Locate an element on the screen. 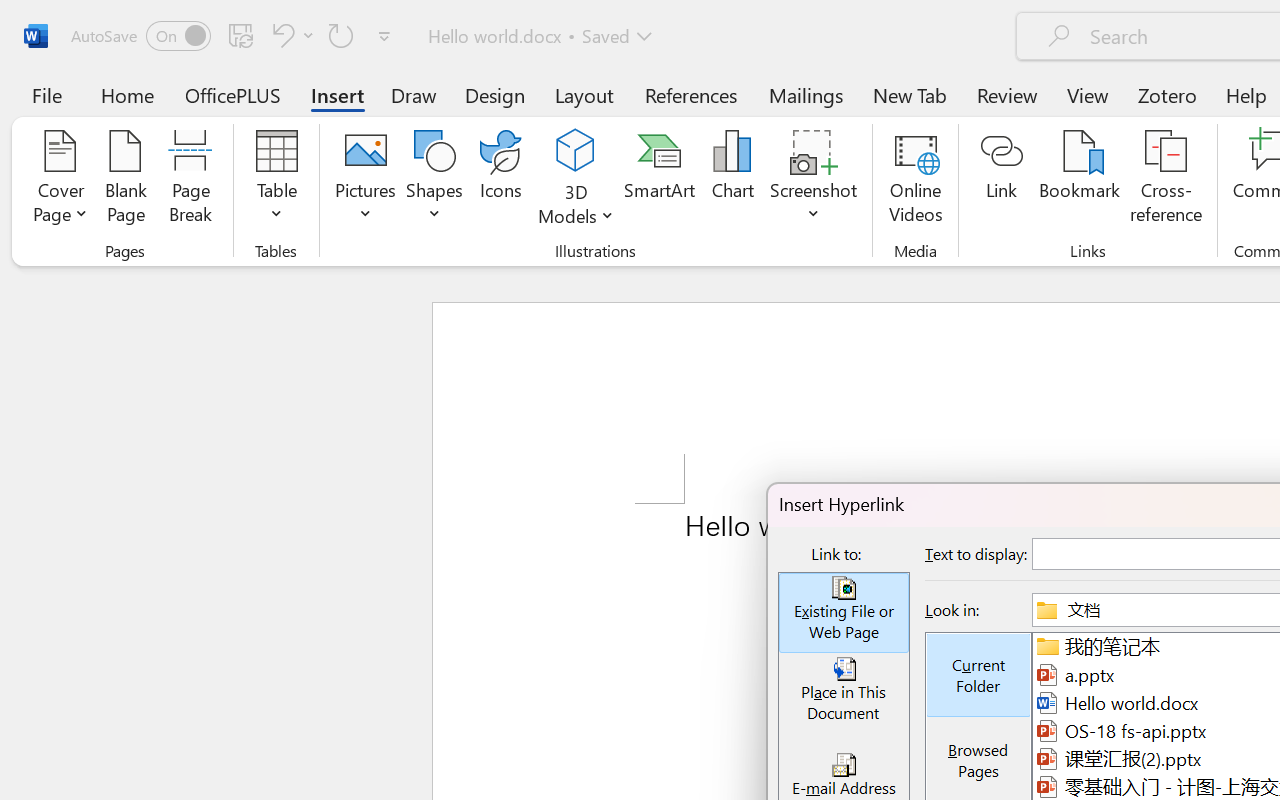  'Quick Access Toolbar' is located at coordinates (234, 35).